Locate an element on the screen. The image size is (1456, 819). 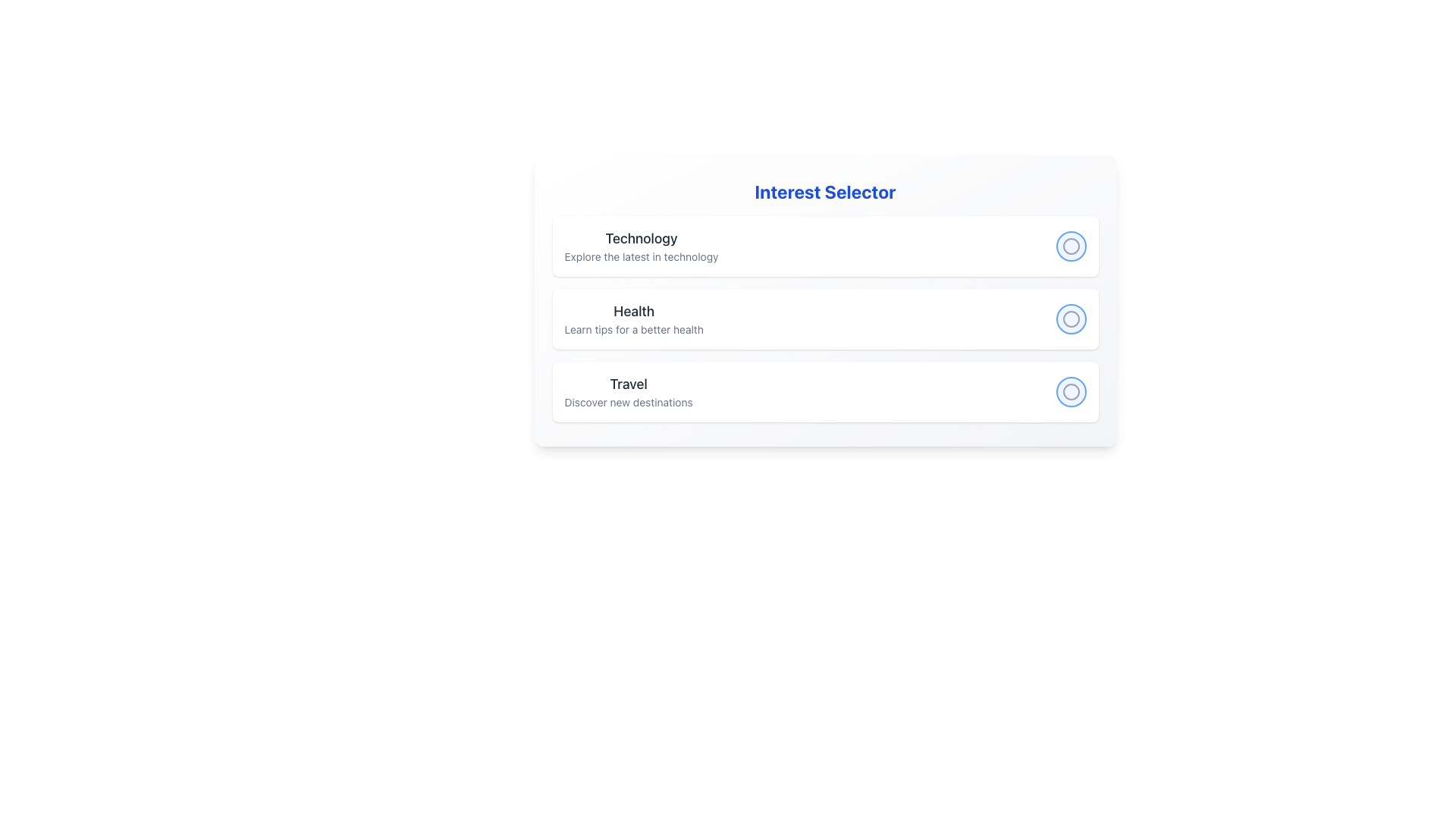
the radio button with a blue outline and lighter blue background located in the bottom right corner of the 'Travel' card, which has the text 'Discover new destinations' is located at coordinates (1070, 391).